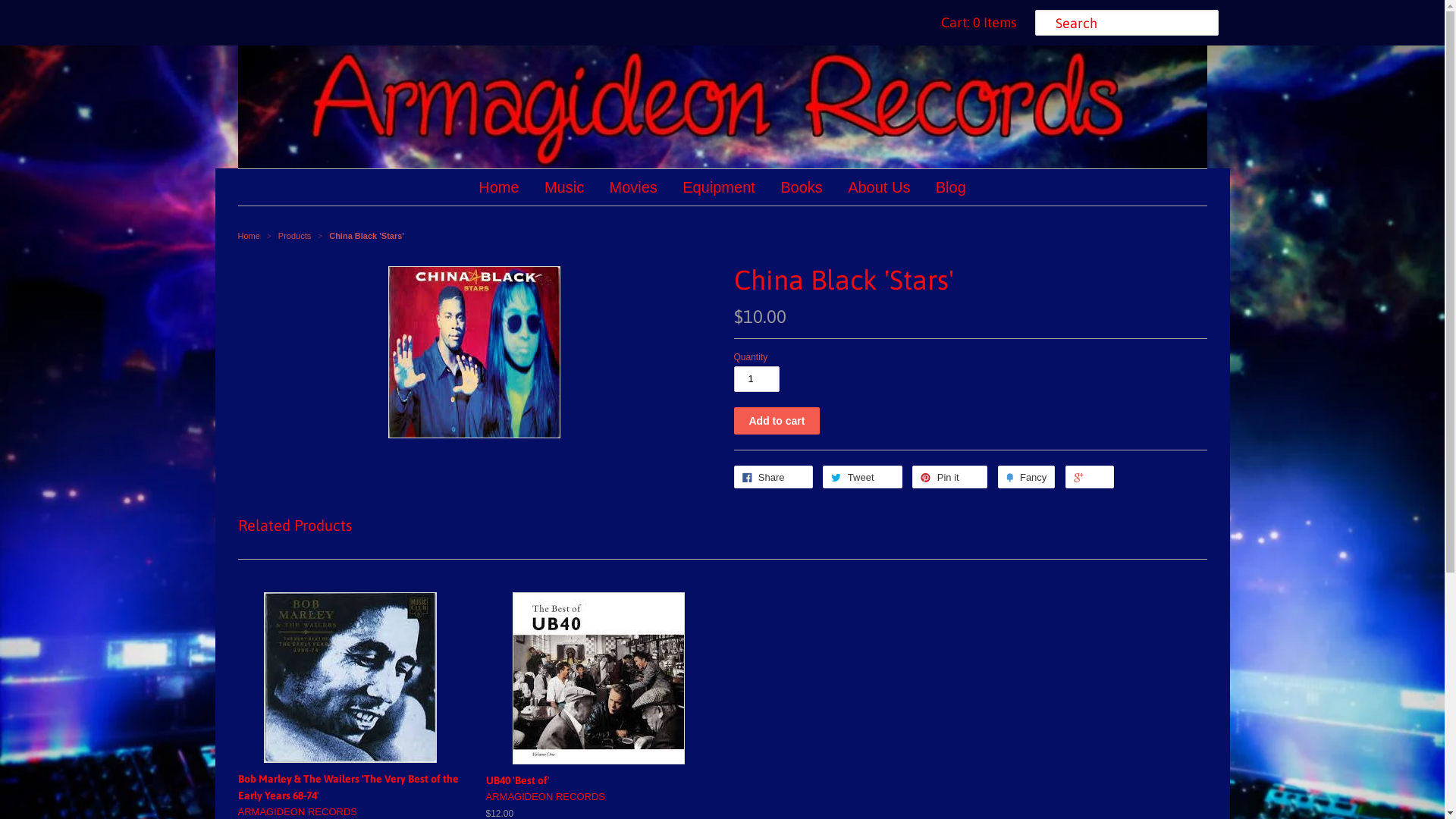  I want to click on 'Pin it', so click(949, 475).